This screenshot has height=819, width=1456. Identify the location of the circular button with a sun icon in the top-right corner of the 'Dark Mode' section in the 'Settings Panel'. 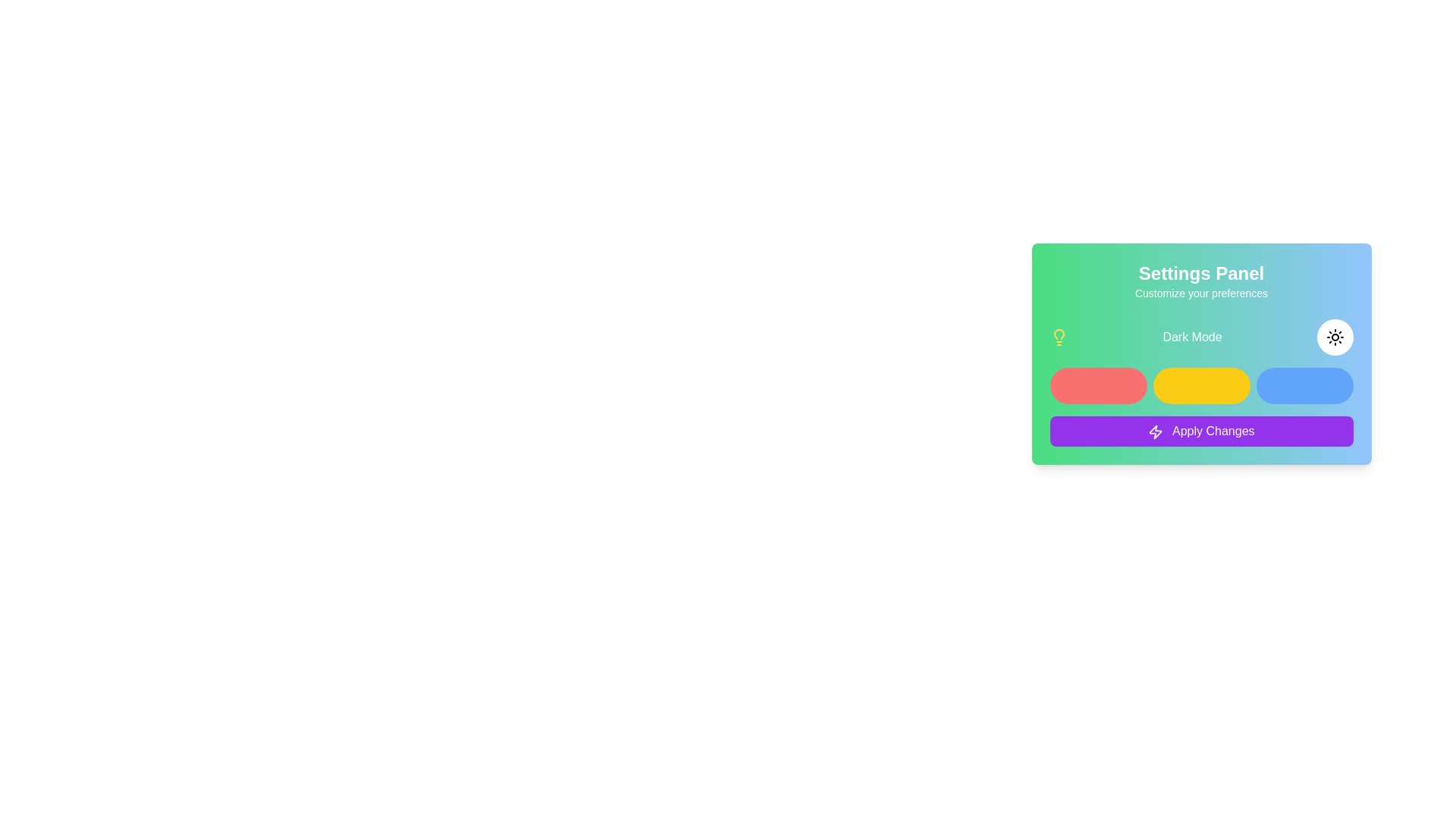
(1335, 336).